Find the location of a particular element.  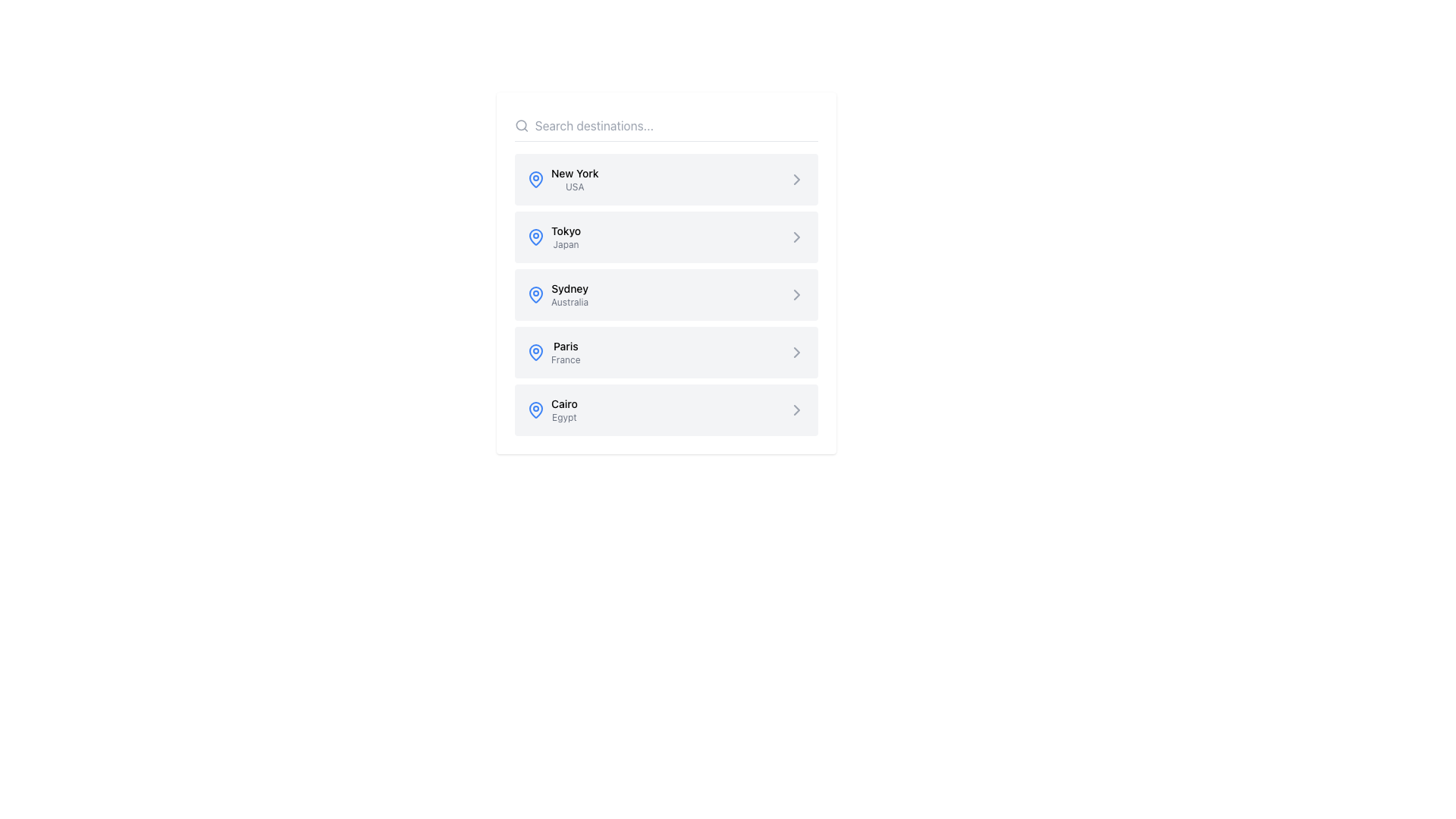

the fourth list item representing Paris, France is located at coordinates (666, 353).